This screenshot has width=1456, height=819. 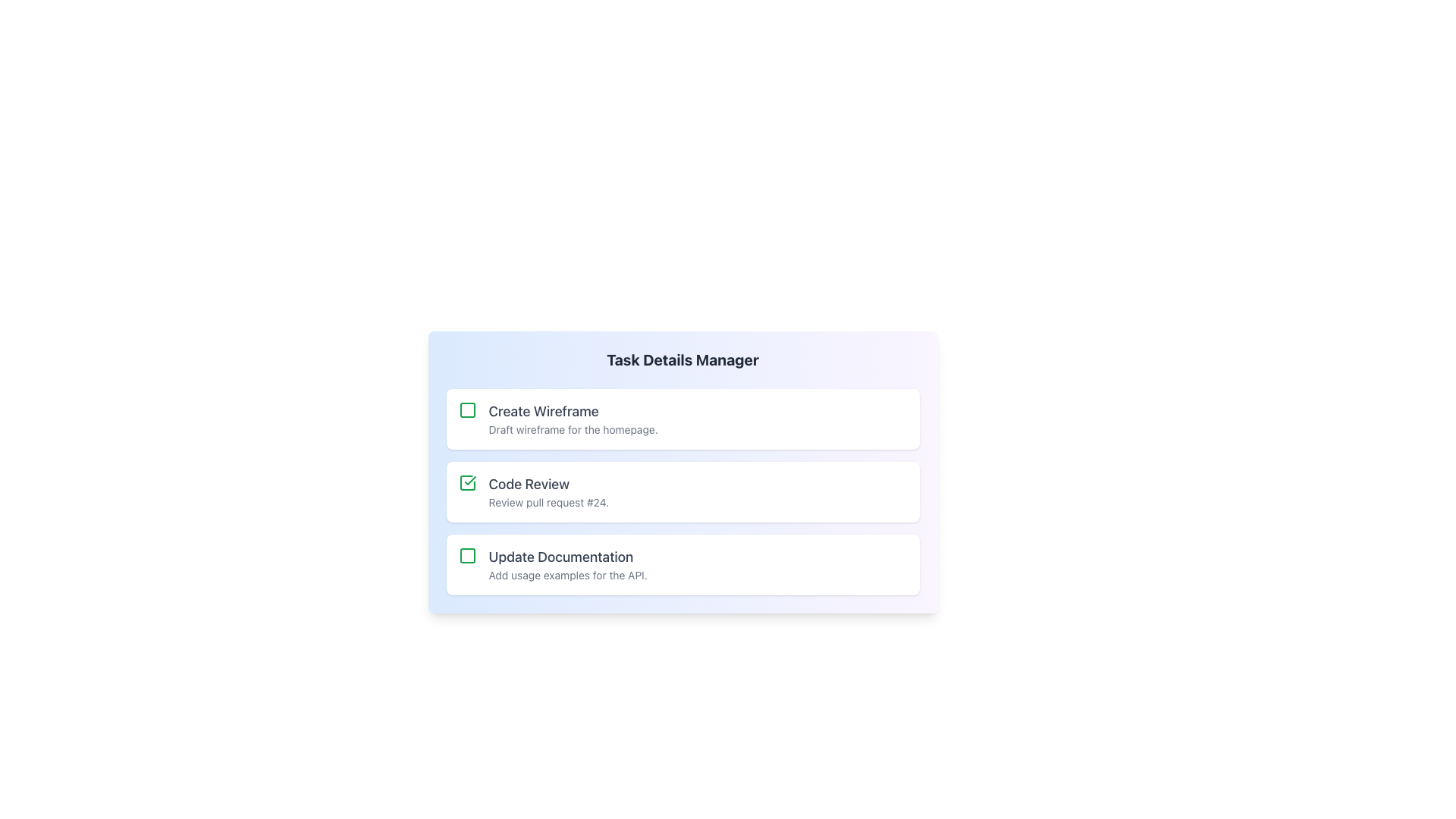 What do you see at coordinates (466, 409) in the screenshot?
I see `the green square icon located at the upper-left corner of the 'Create Wireframe' task section` at bounding box center [466, 409].